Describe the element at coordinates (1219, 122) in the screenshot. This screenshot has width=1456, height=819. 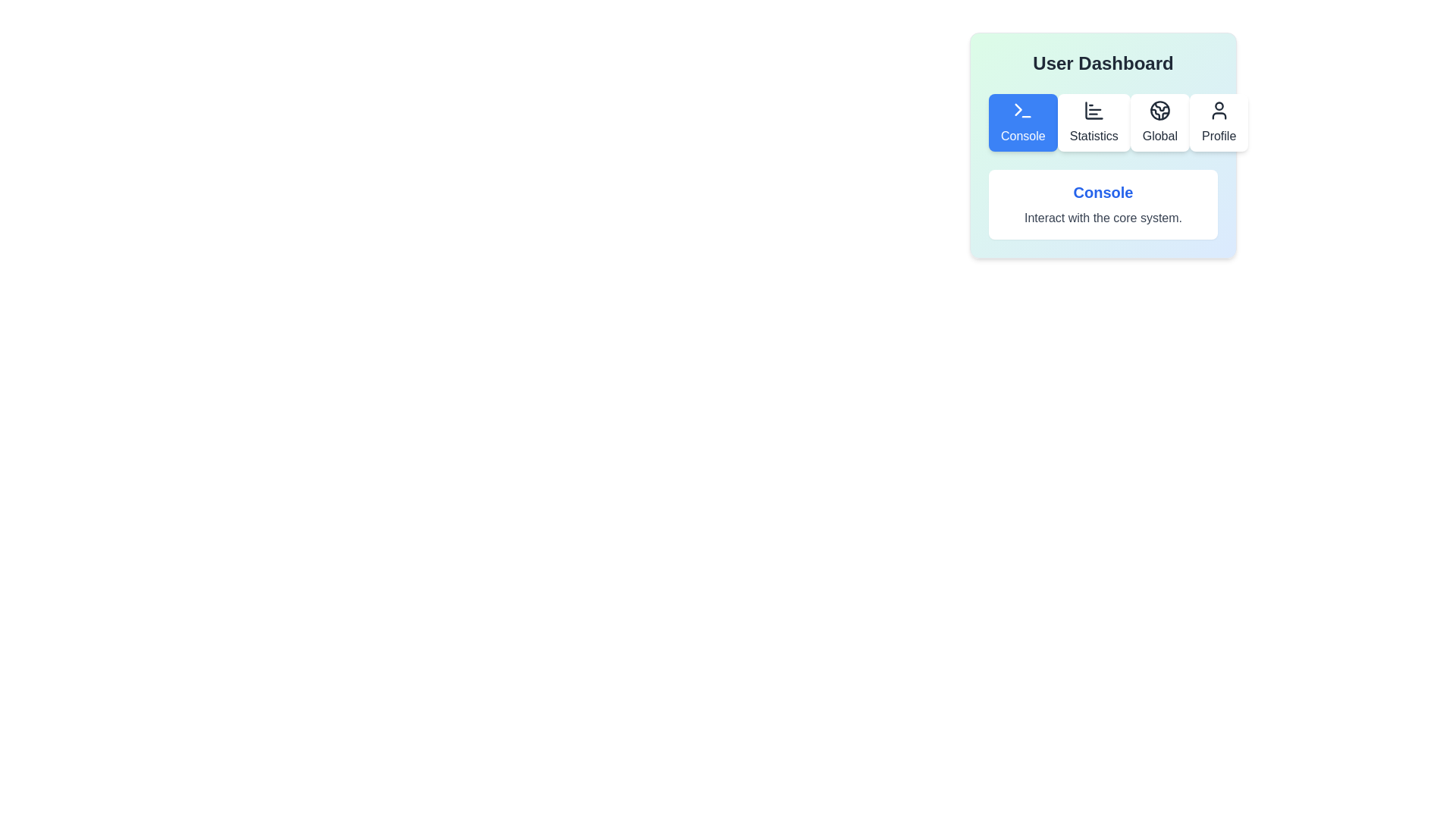
I see `the tab corresponding to Profile` at that location.